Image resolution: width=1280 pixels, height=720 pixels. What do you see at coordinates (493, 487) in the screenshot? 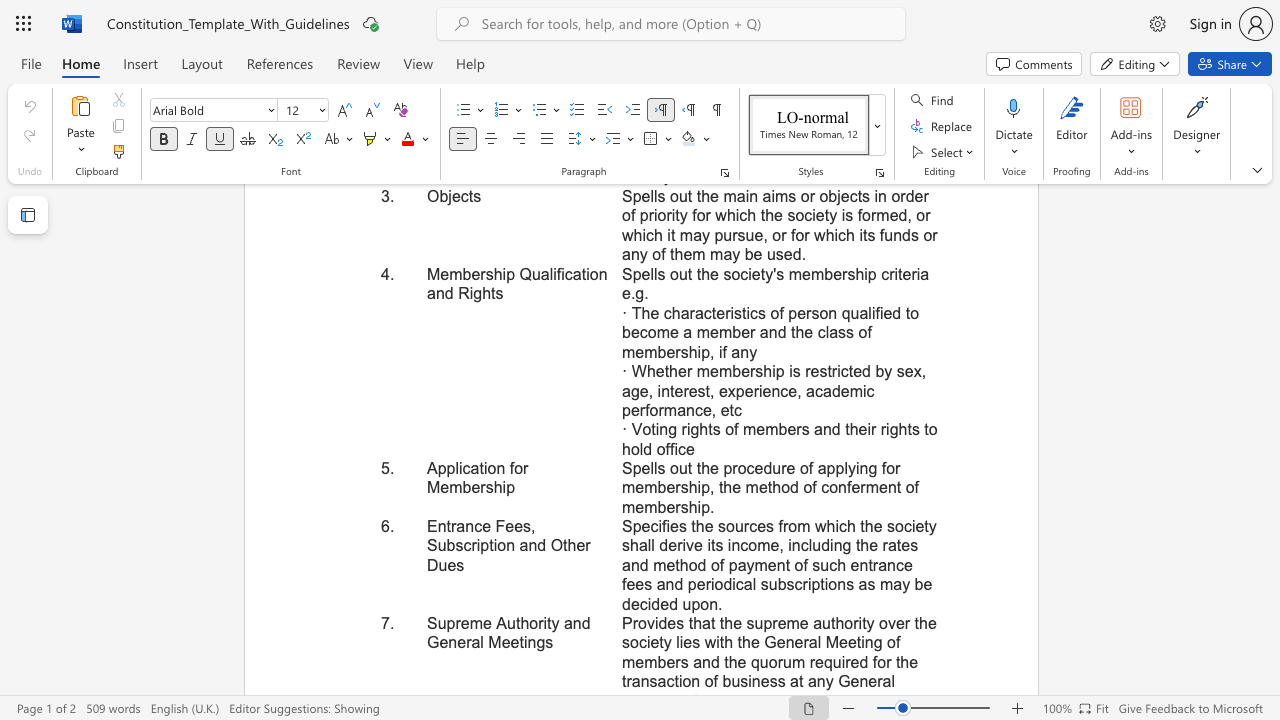
I see `the subset text "hi" within the text "Application for Membership"` at bounding box center [493, 487].